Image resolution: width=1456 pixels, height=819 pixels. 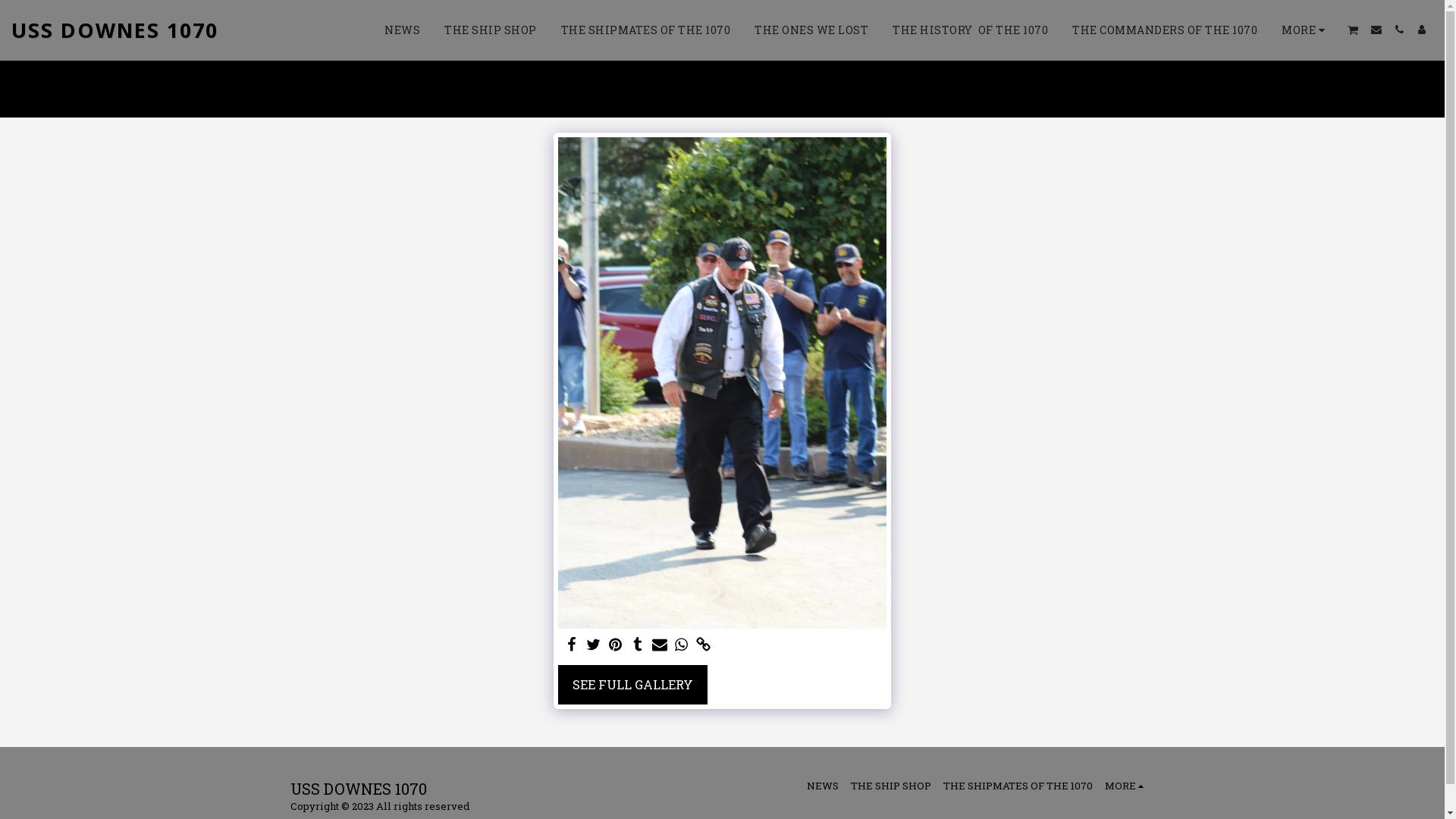 I want to click on 'whatsapp', so click(x=680, y=645).